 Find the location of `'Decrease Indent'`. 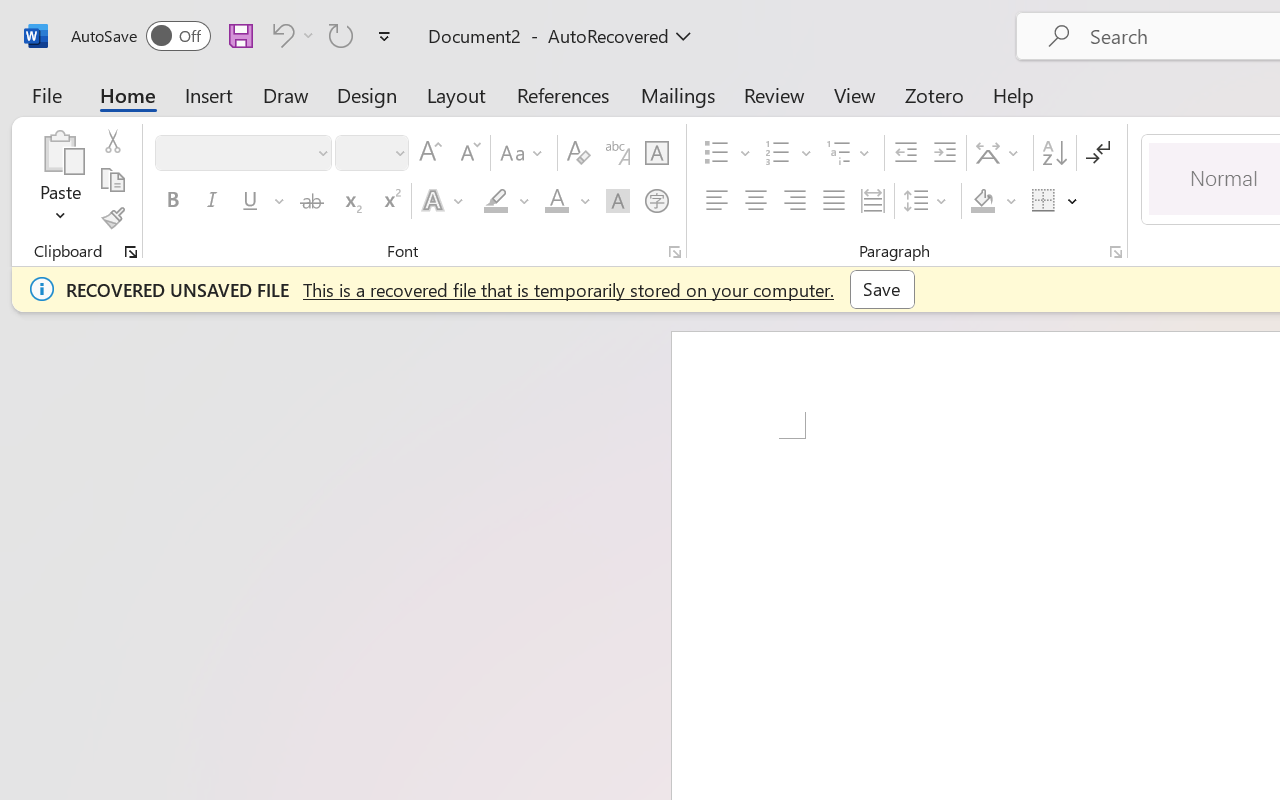

'Decrease Indent' is located at coordinates (905, 153).